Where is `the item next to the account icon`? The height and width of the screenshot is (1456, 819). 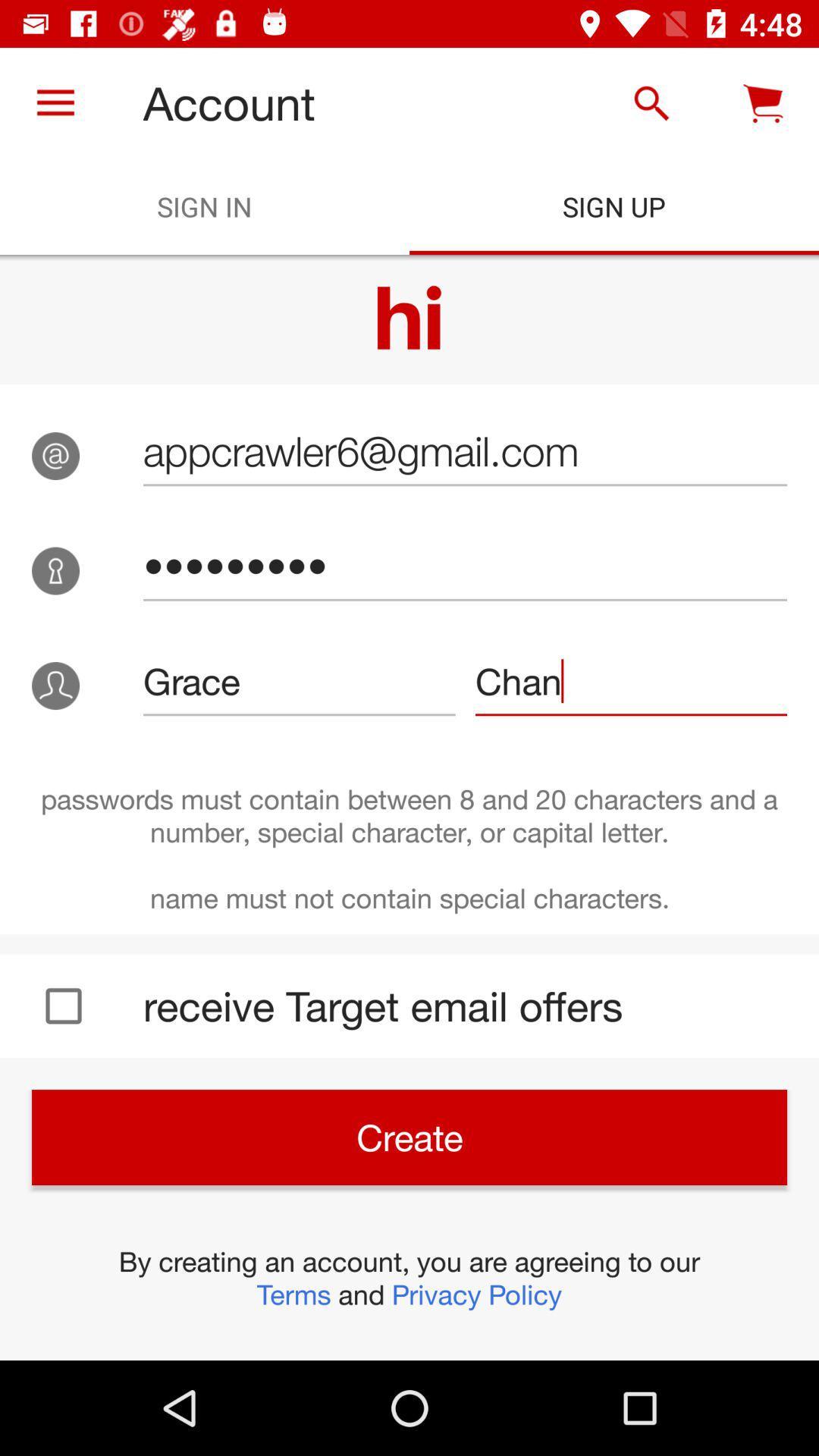 the item next to the account icon is located at coordinates (55, 102).